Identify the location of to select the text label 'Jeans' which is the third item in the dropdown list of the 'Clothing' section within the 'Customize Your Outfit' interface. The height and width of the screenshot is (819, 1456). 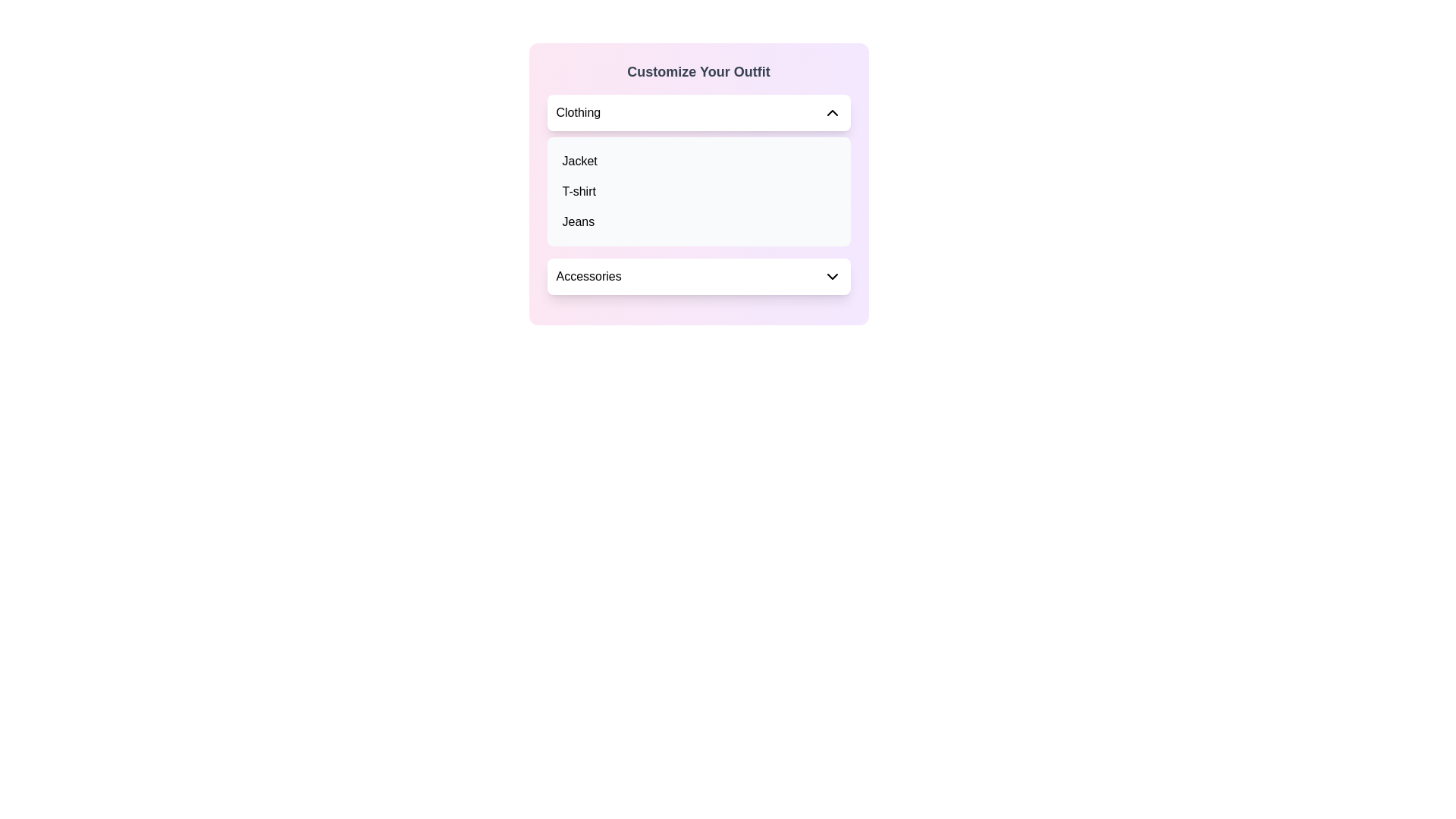
(577, 222).